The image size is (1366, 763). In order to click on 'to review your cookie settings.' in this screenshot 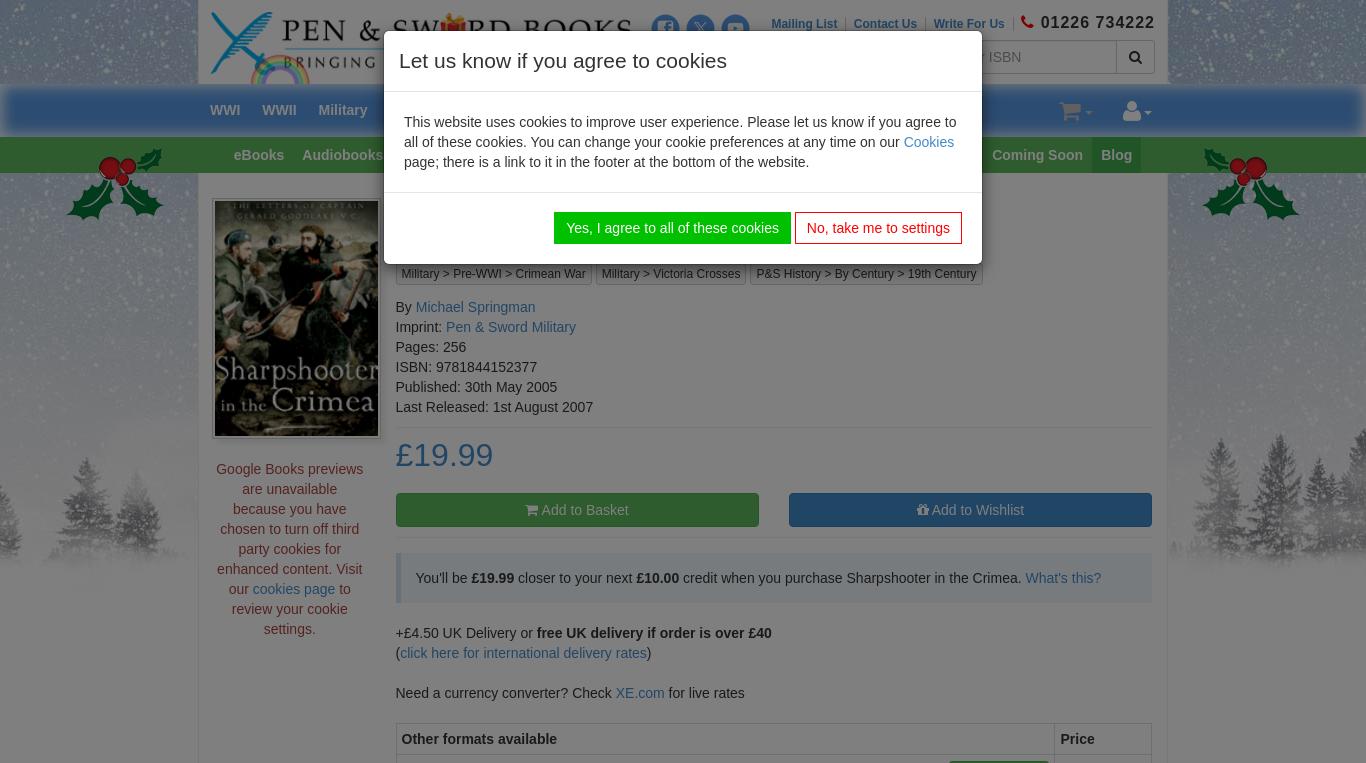, I will do `click(290, 609)`.